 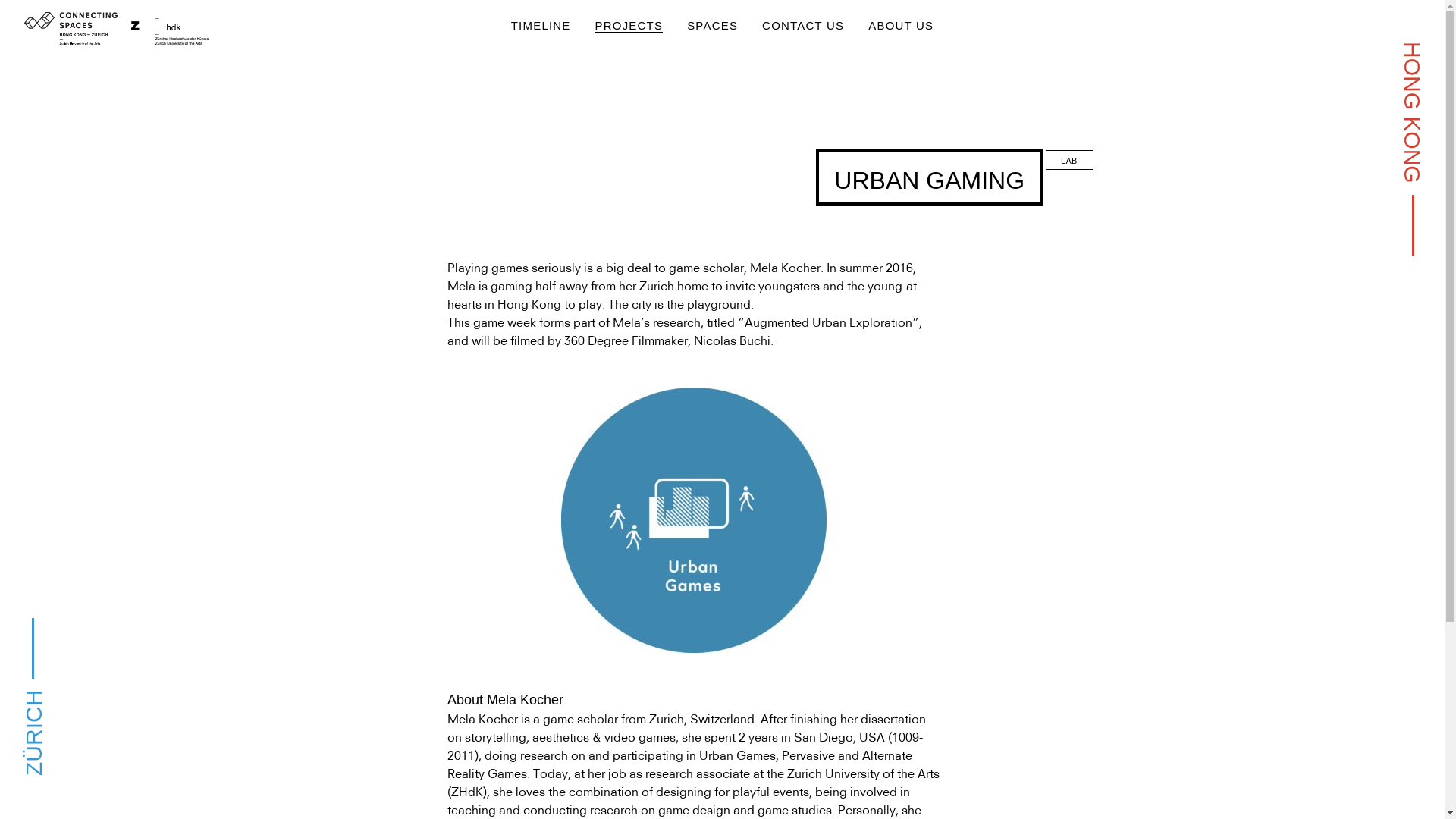 What do you see at coordinates (711, 26) in the screenshot?
I see `'SPACES'` at bounding box center [711, 26].